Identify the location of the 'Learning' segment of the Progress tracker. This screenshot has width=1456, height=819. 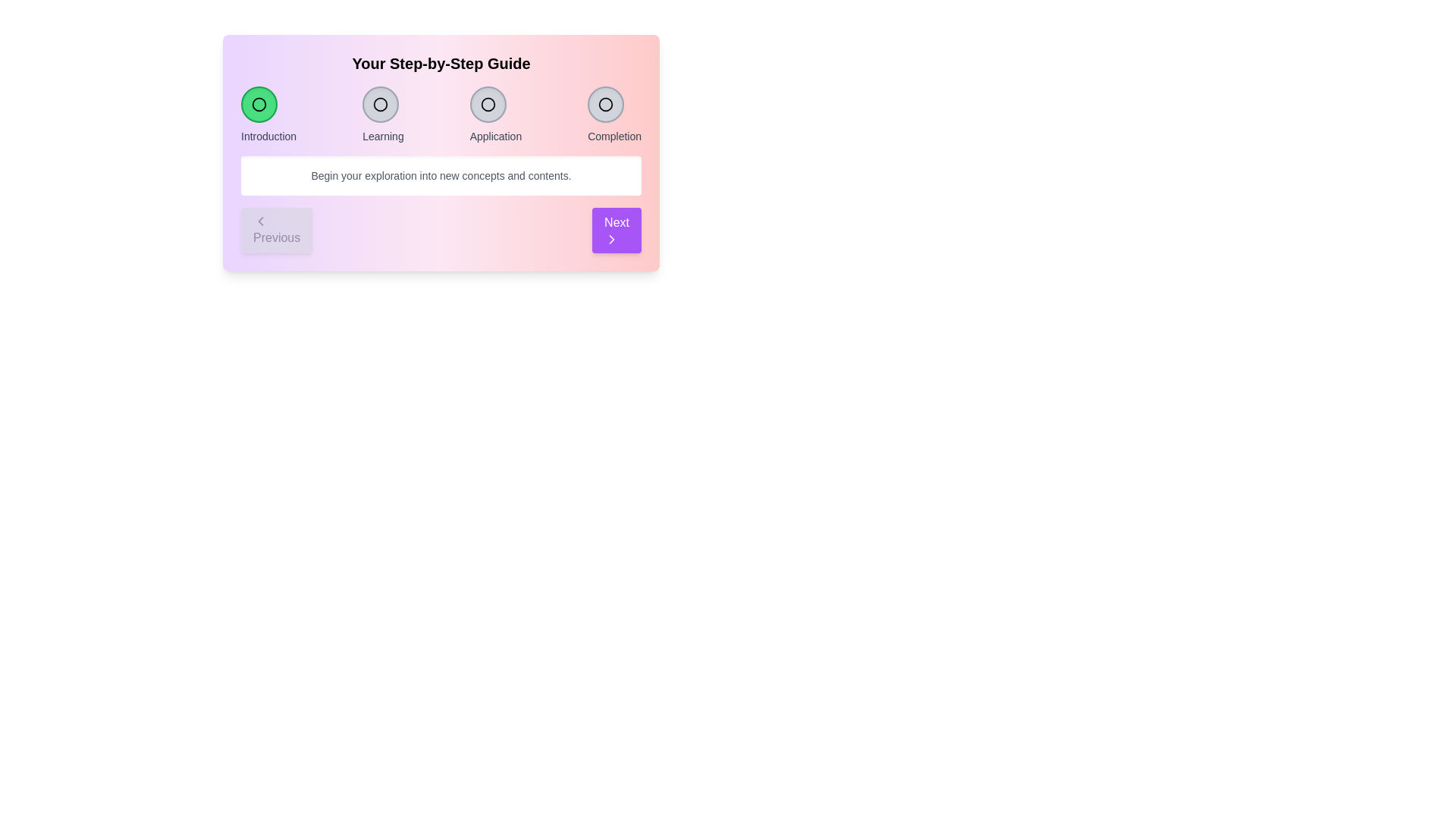
(440, 114).